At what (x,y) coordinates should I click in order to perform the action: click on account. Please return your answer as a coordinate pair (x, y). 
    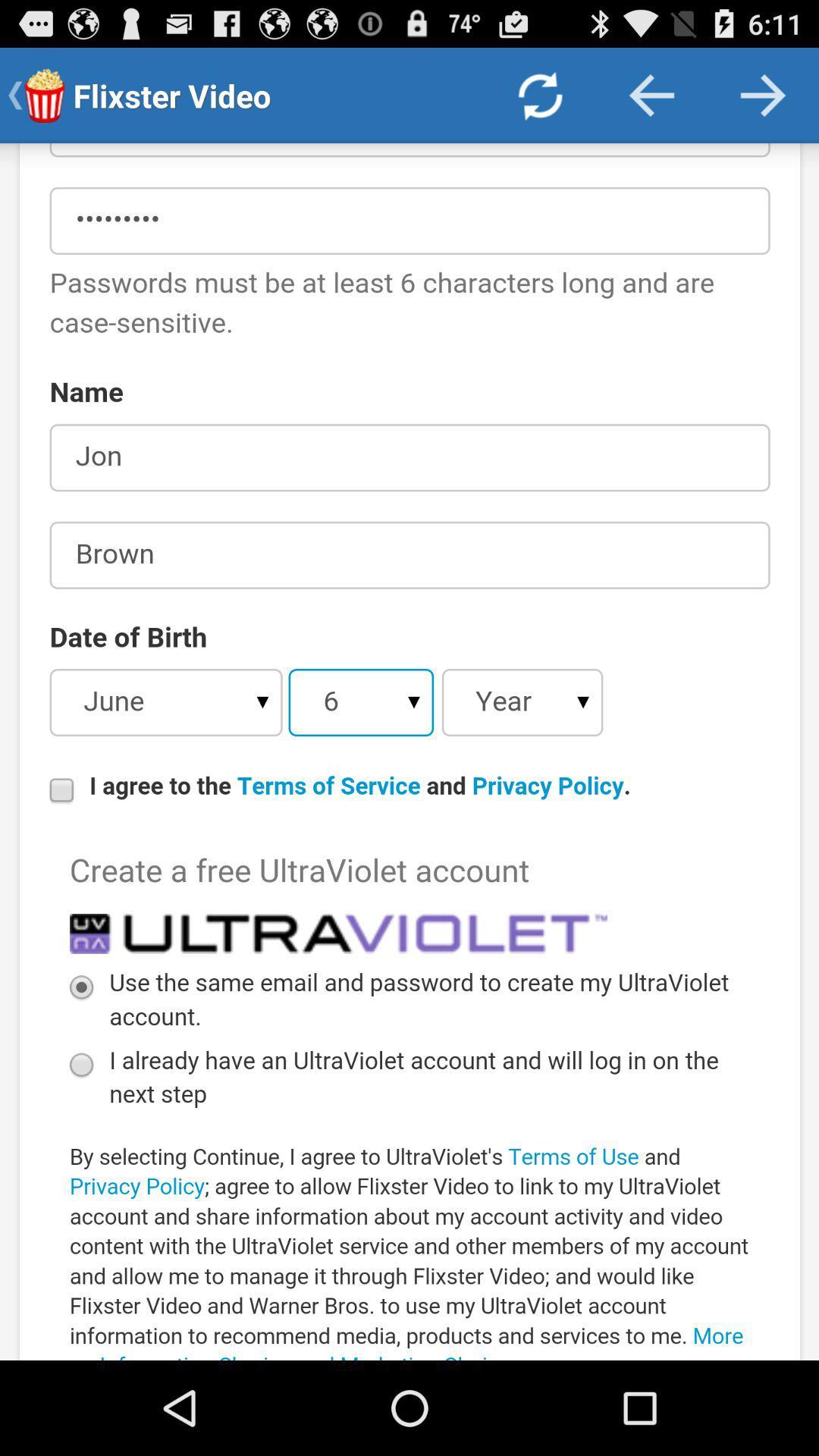
    Looking at the image, I should click on (409, 752).